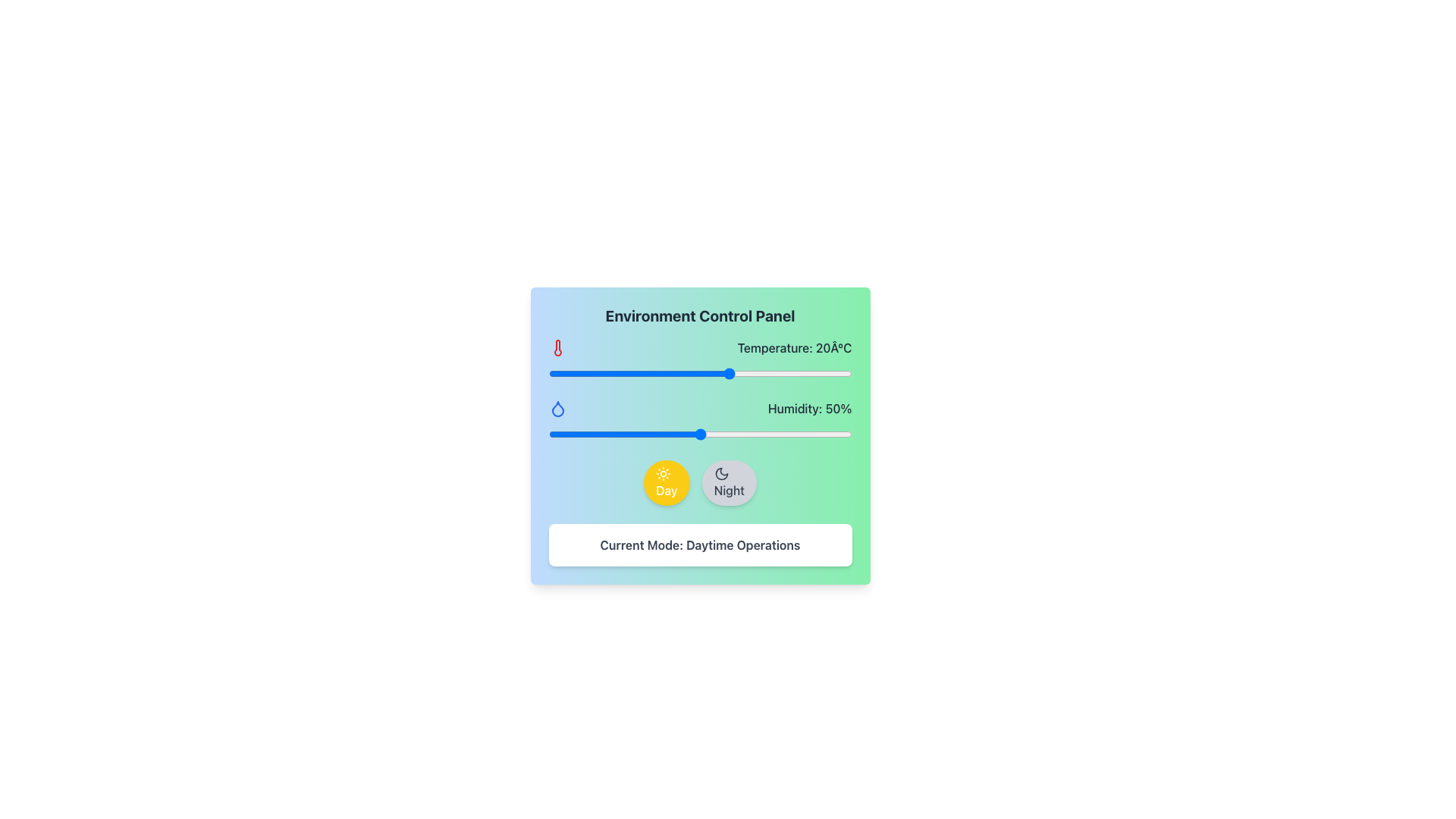 The image size is (1456, 819). What do you see at coordinates (560, 374) in the screenshot?
I see `the temperature` at bounding box center [560, 374].